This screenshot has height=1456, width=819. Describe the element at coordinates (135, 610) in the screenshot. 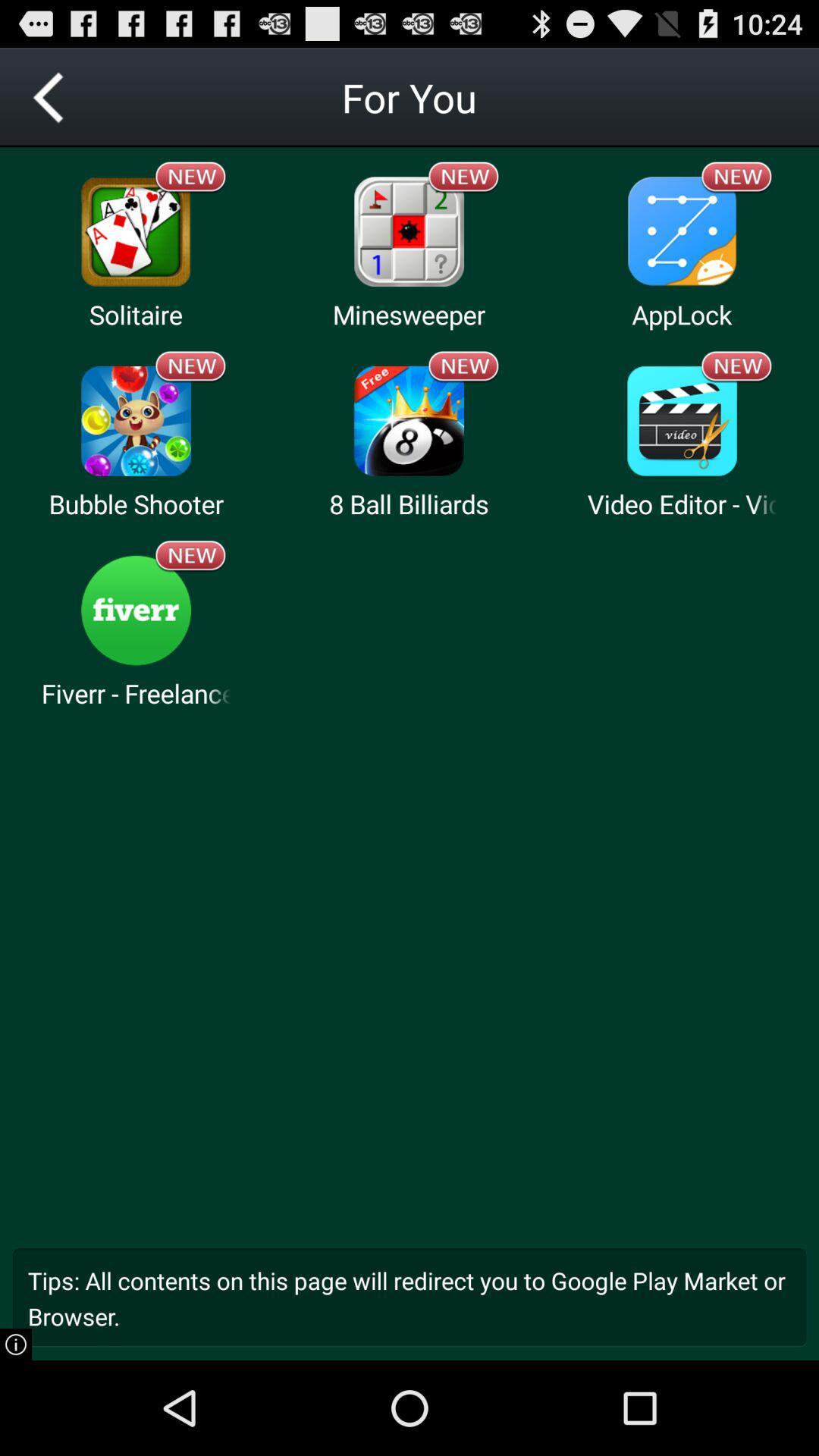

I see `this software` at that location.